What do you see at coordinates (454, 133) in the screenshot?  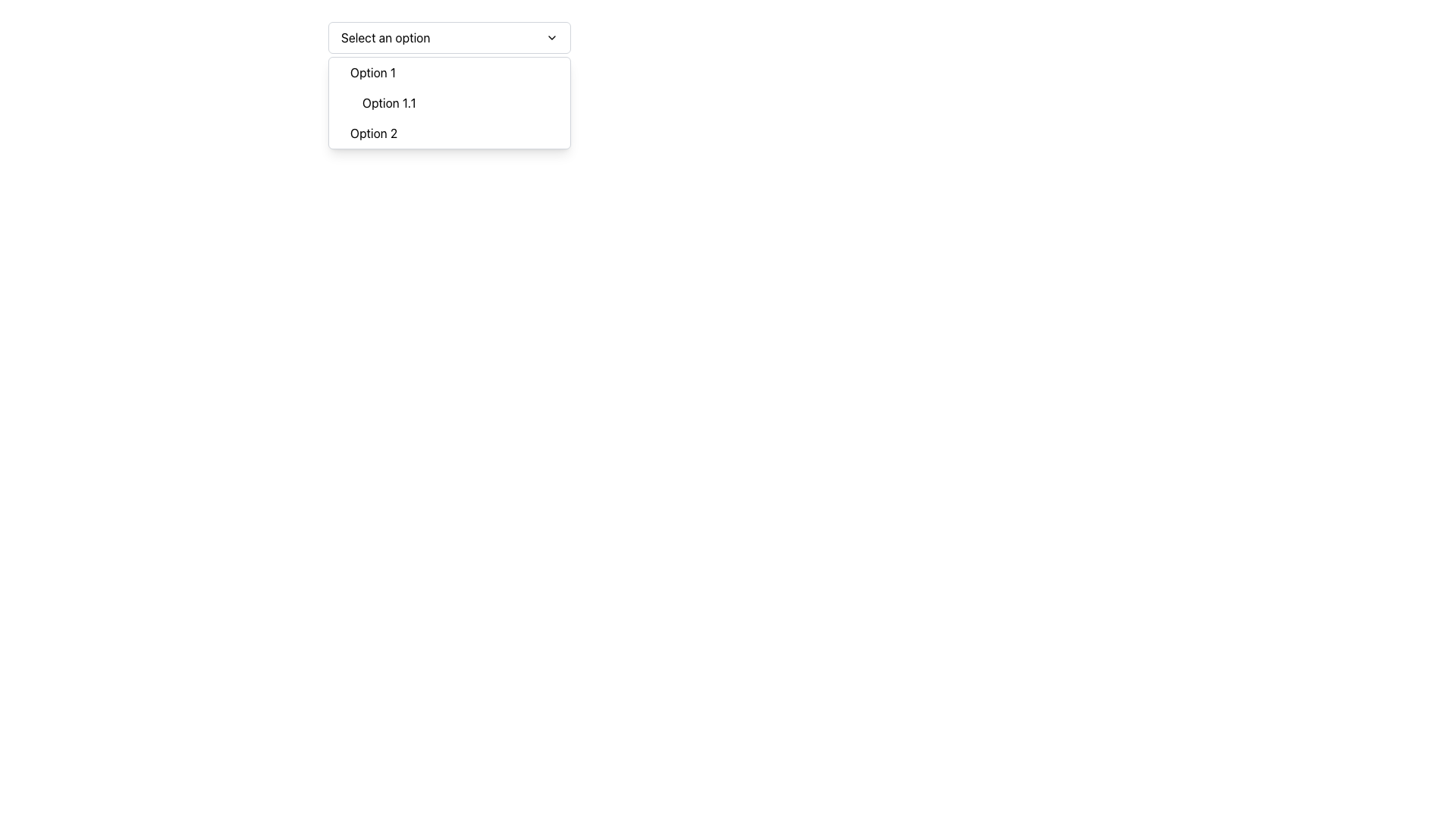 I see `the 'Option 2' menu option in the dropdown to trigger its hover state` at bounding box center [454, 133].